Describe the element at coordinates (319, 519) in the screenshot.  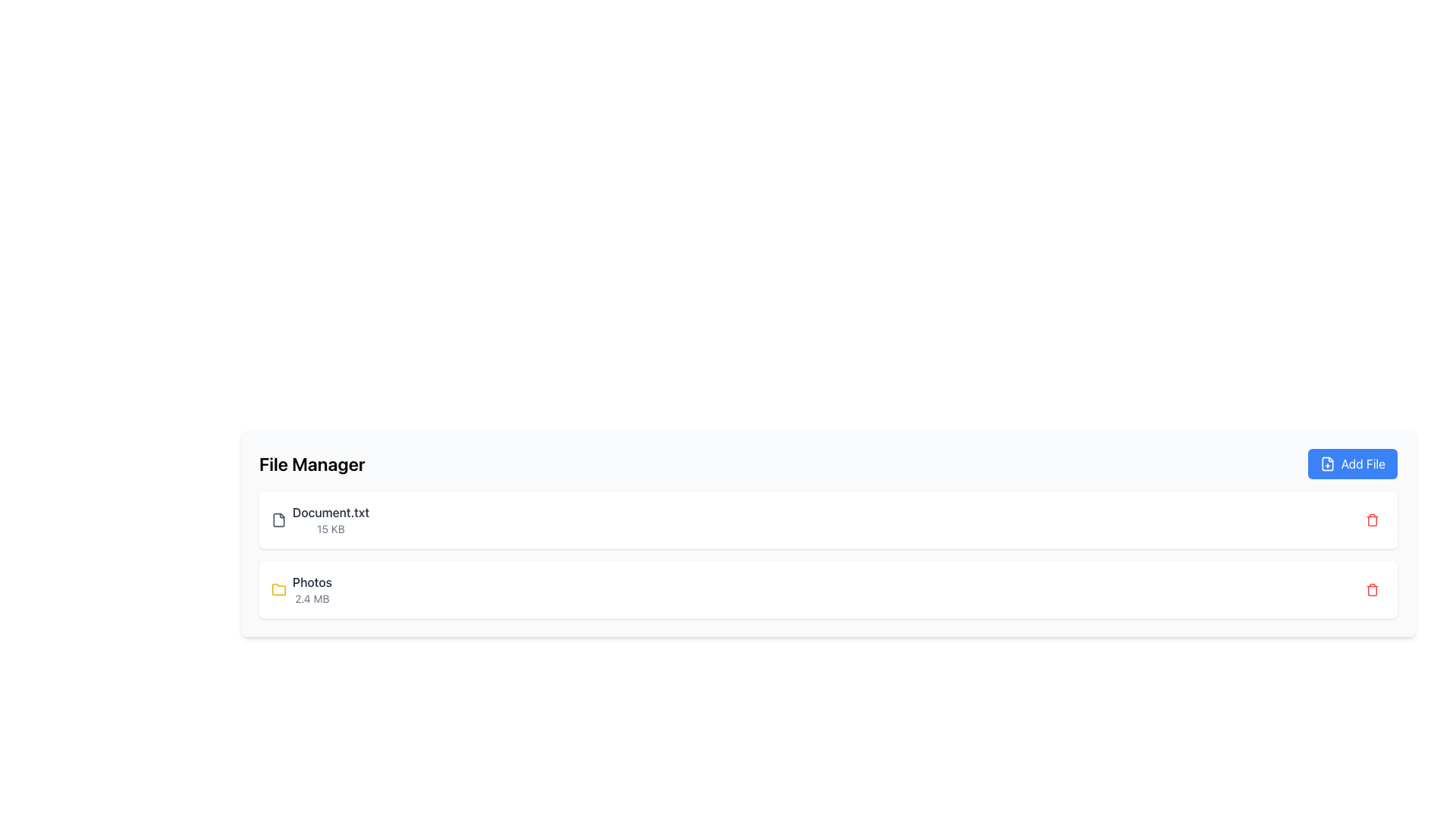
I see `to select the first file item in the file manager list, which displays its name and size for identification` at that location.